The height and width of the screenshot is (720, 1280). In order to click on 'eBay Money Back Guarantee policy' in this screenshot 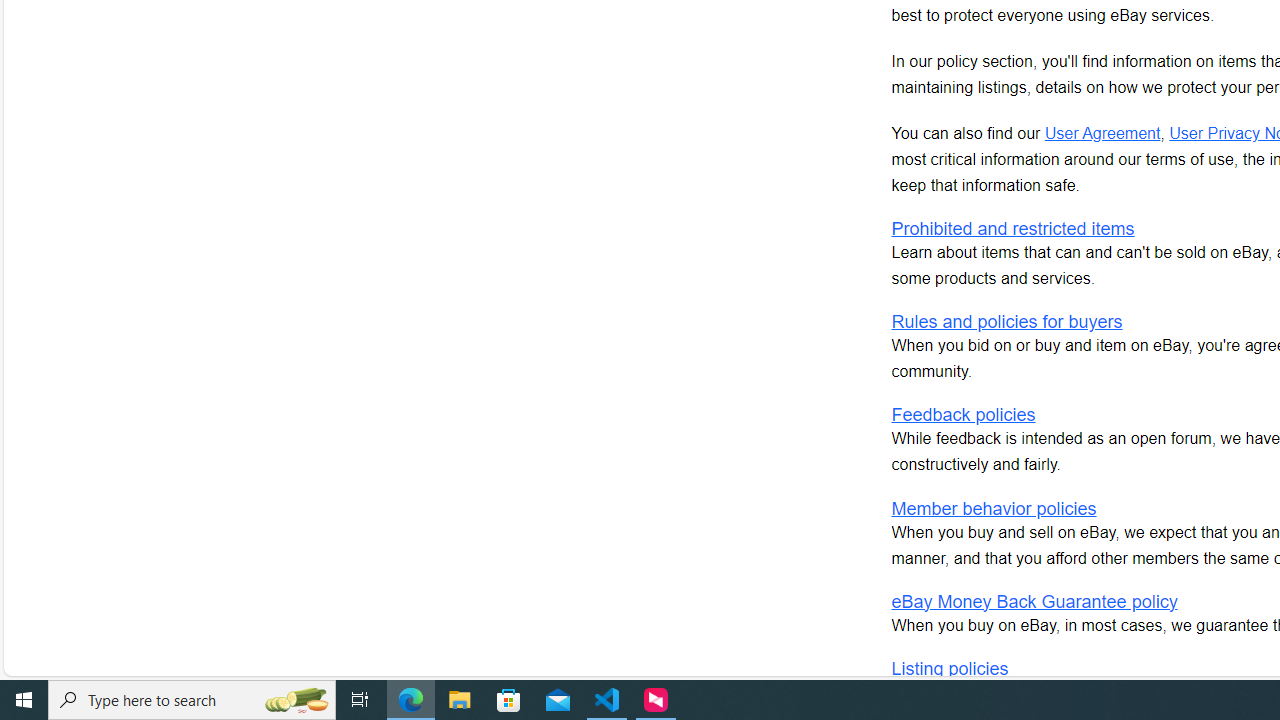, I will do `click(1034, 600)`.